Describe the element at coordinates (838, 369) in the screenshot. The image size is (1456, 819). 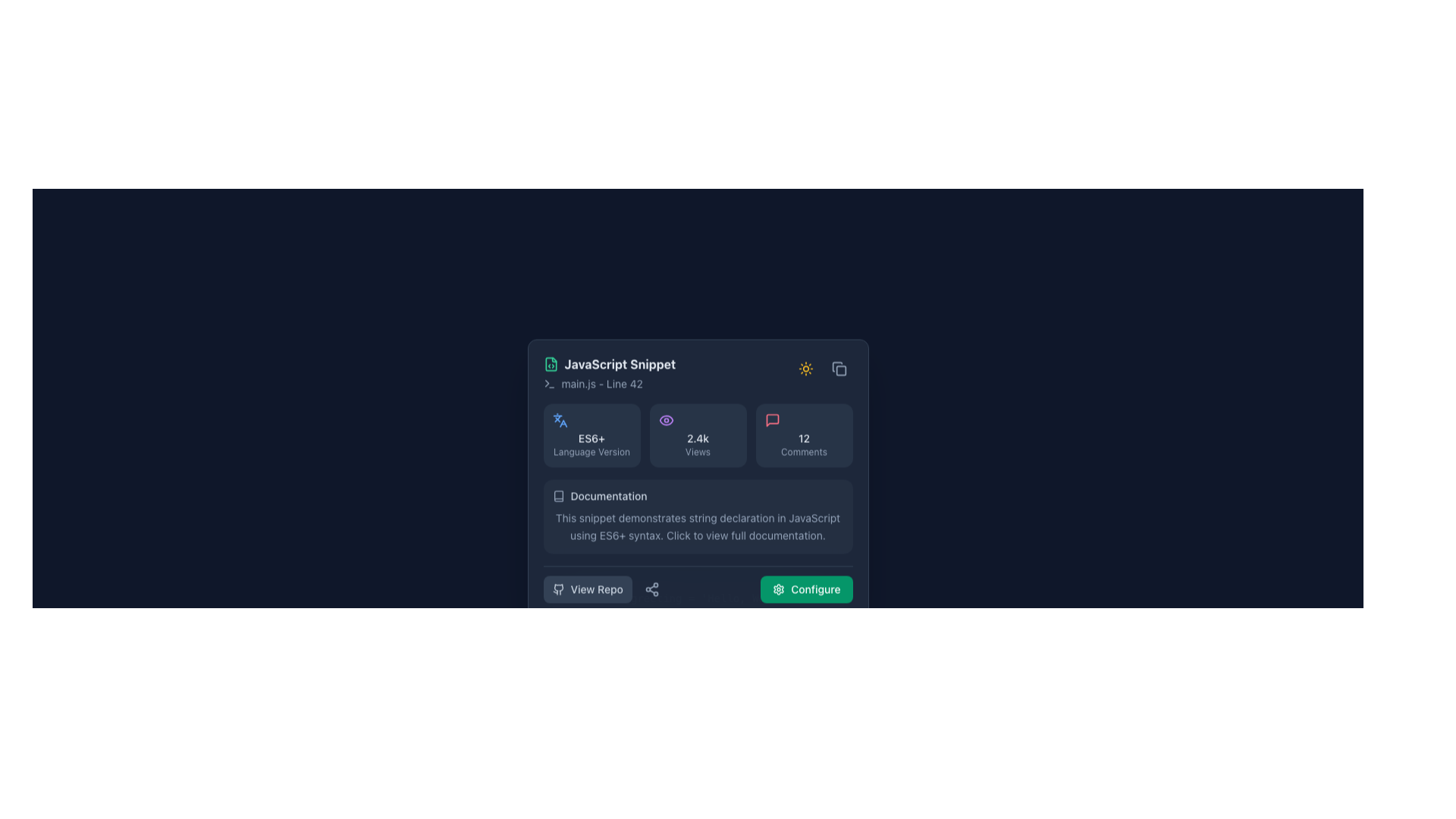
I see `the unique 'copy' button icon located in the upper-right corner of the 'JavaScript Snippet' popup panel to change its hover state` at that location.